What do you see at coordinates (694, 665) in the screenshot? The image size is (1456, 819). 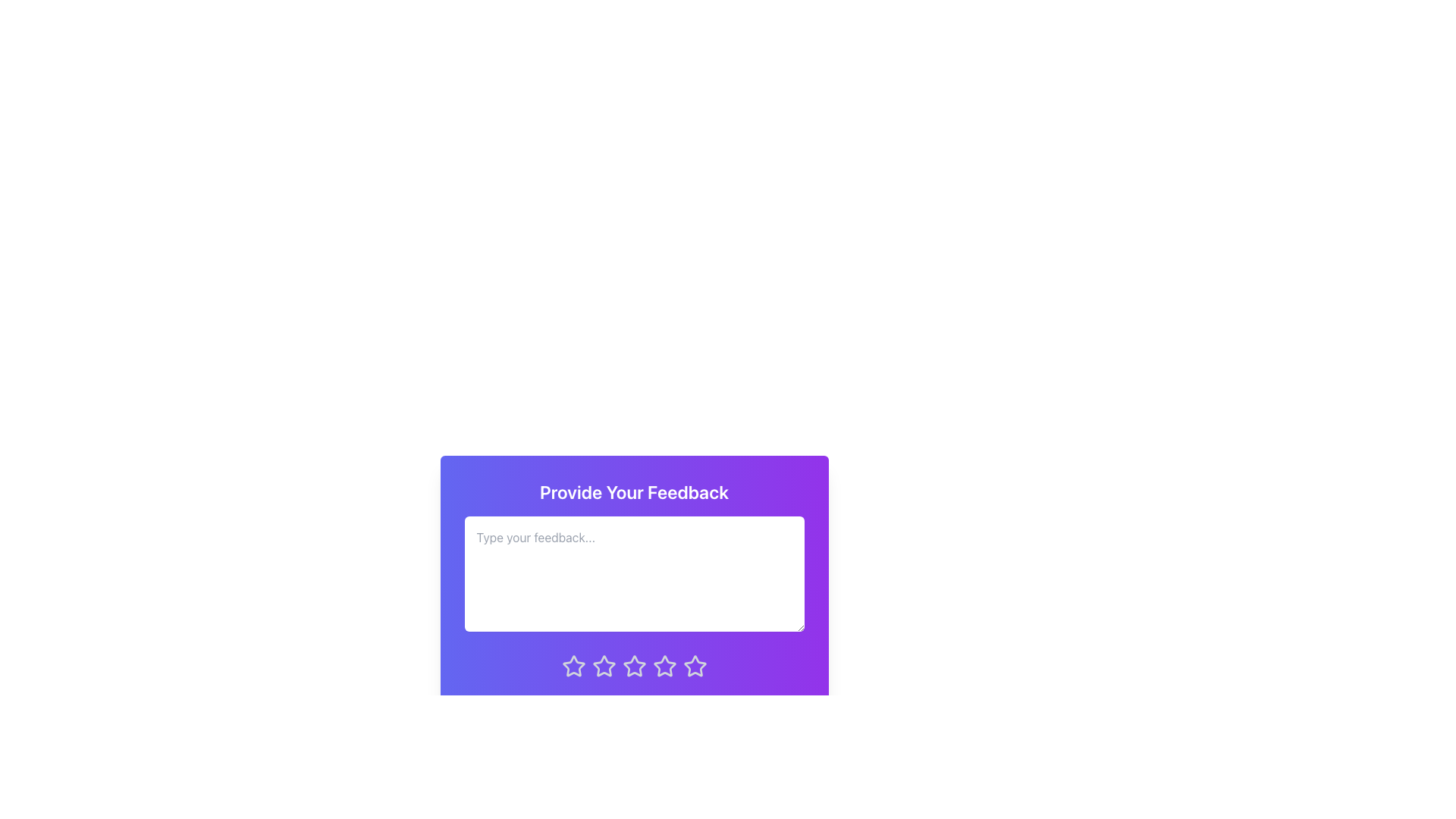 I see `the fifth star icon used for ratings, located below the 'Provide Your Feedback' text area` at bounding box center [694, 665].